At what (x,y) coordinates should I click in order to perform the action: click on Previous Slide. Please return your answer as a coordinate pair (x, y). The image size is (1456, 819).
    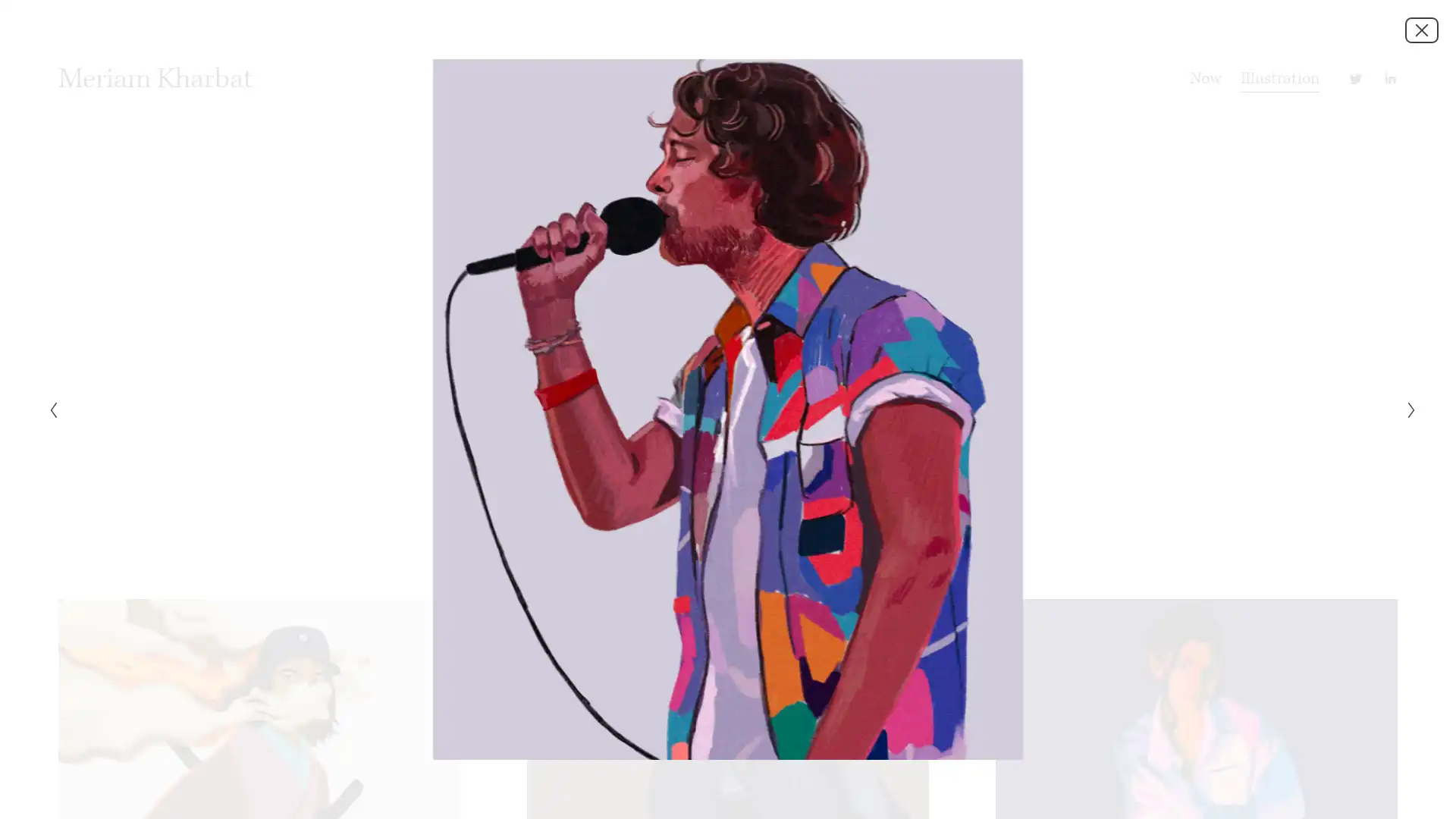
    Looking at the image, I should click on (48, 409).